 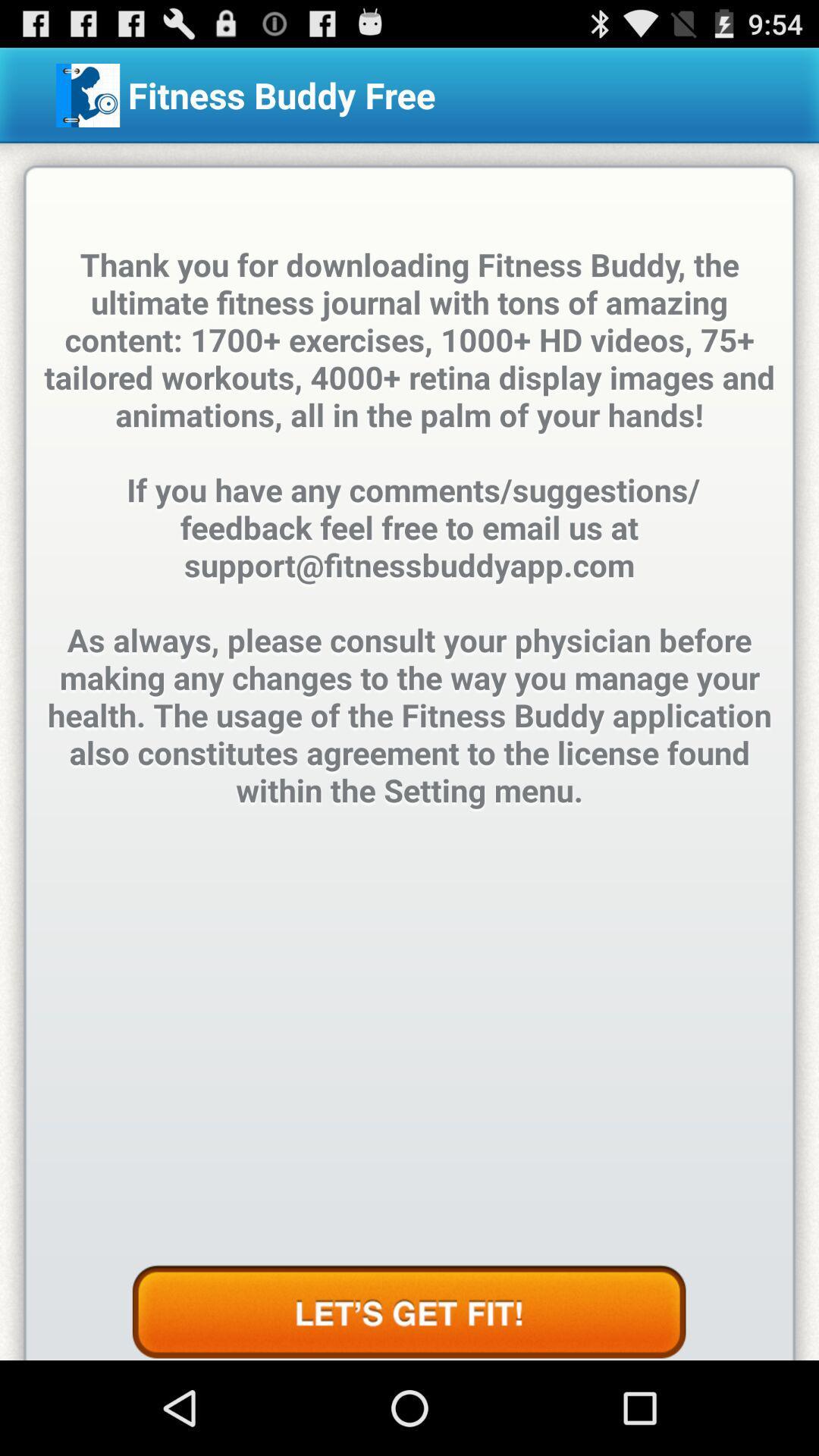 I want to click on app below thank you for app, so click(x=408, y=1312).